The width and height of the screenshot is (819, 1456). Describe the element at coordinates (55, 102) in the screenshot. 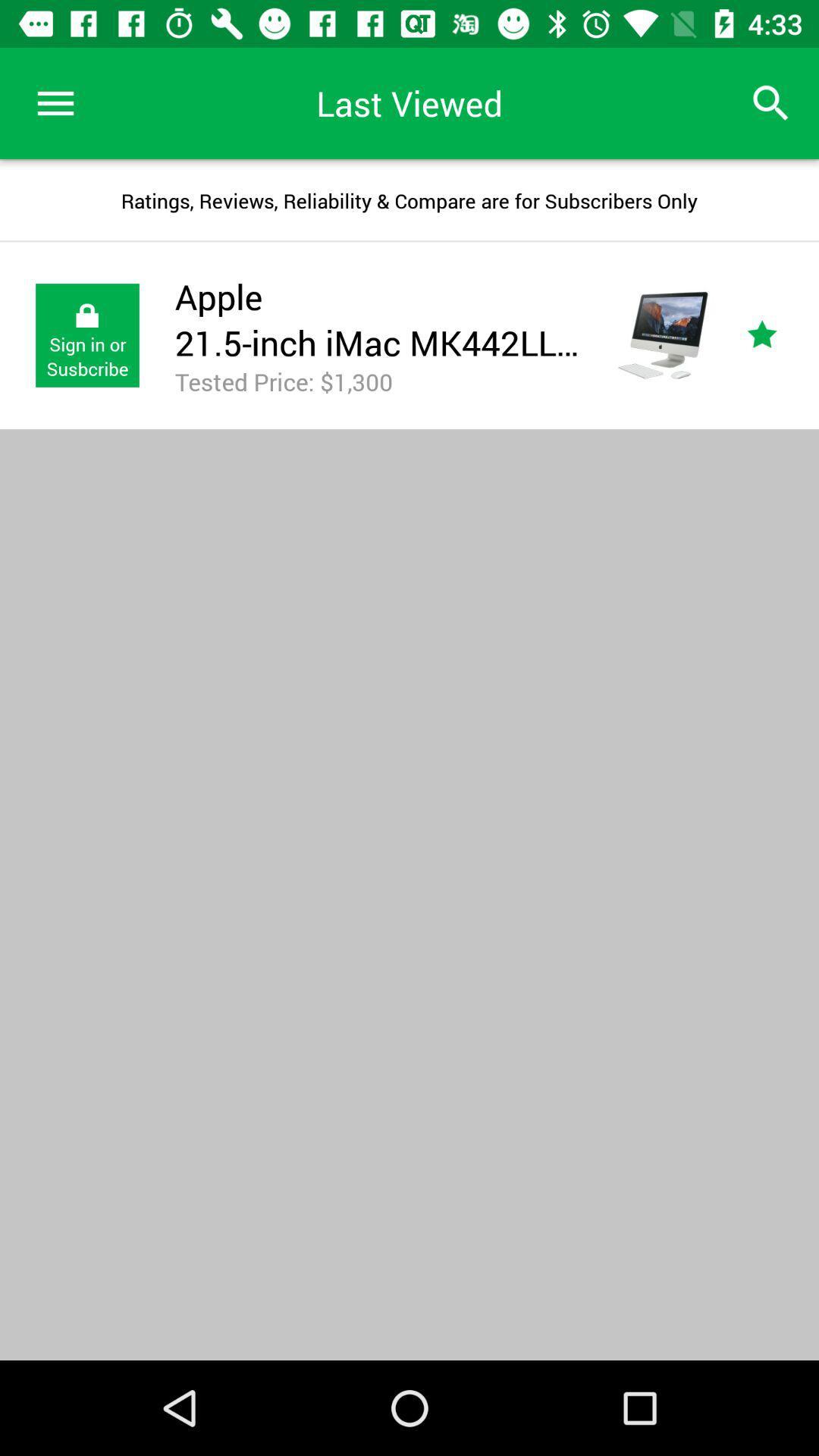

I see `item to the left of last viewed` at that location.